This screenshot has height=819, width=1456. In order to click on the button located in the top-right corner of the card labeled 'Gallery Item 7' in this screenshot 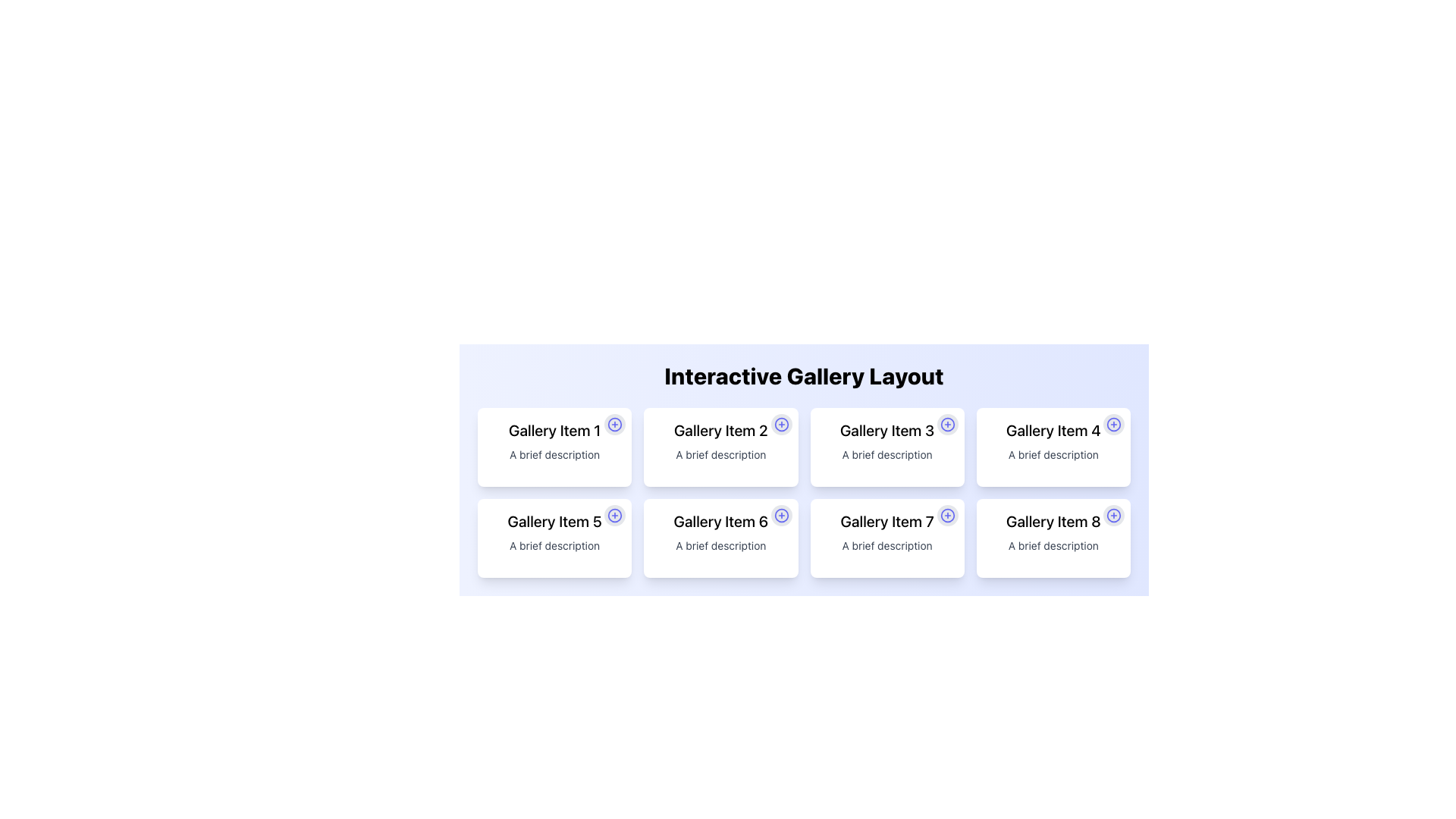, I will do `click(946, 514)`.